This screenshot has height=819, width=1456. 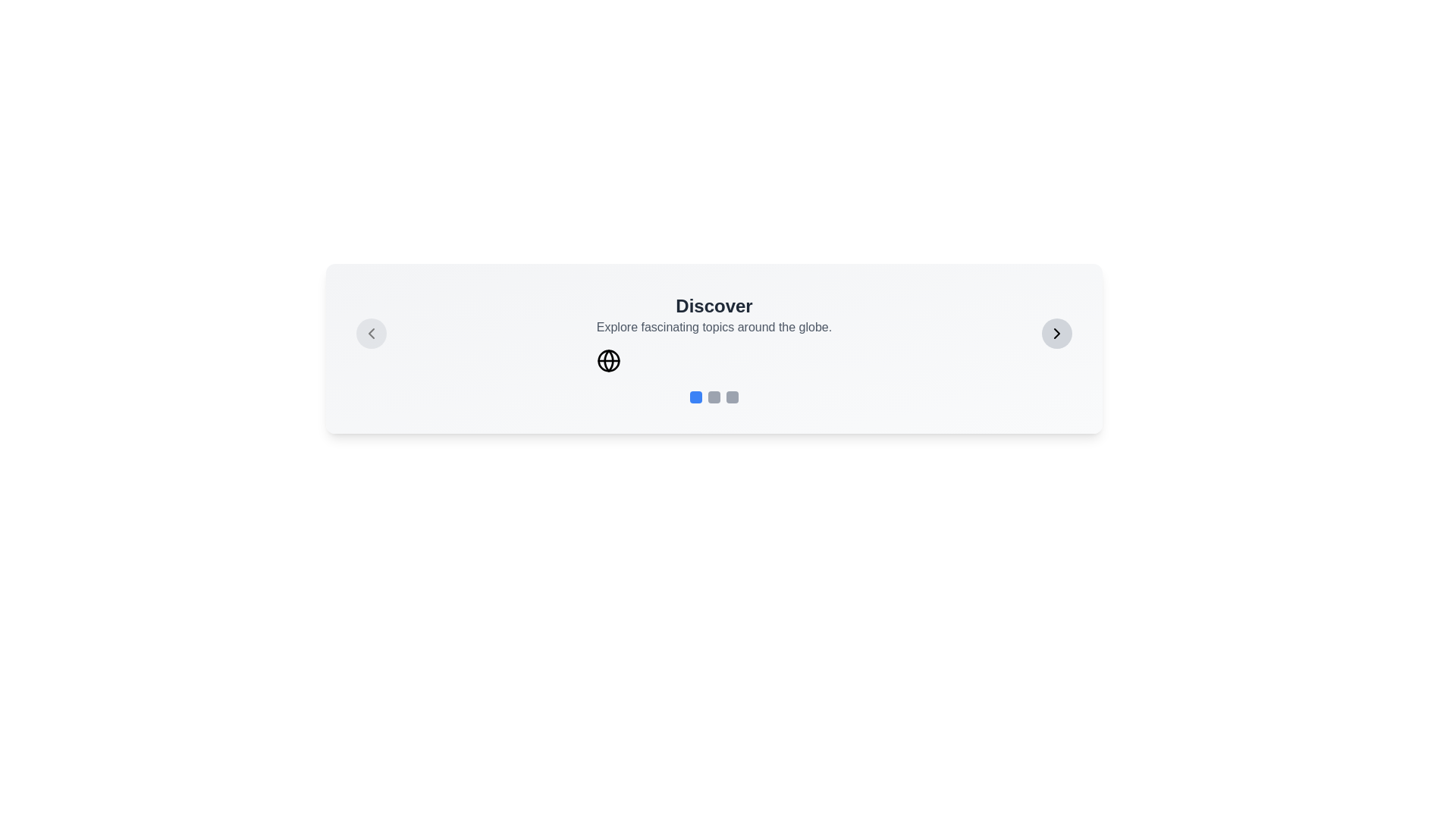 I want to click on the pagination indicator consisting of three circular dots, where the first dot is blue and the other two are gray, so click(x=713, y=397).